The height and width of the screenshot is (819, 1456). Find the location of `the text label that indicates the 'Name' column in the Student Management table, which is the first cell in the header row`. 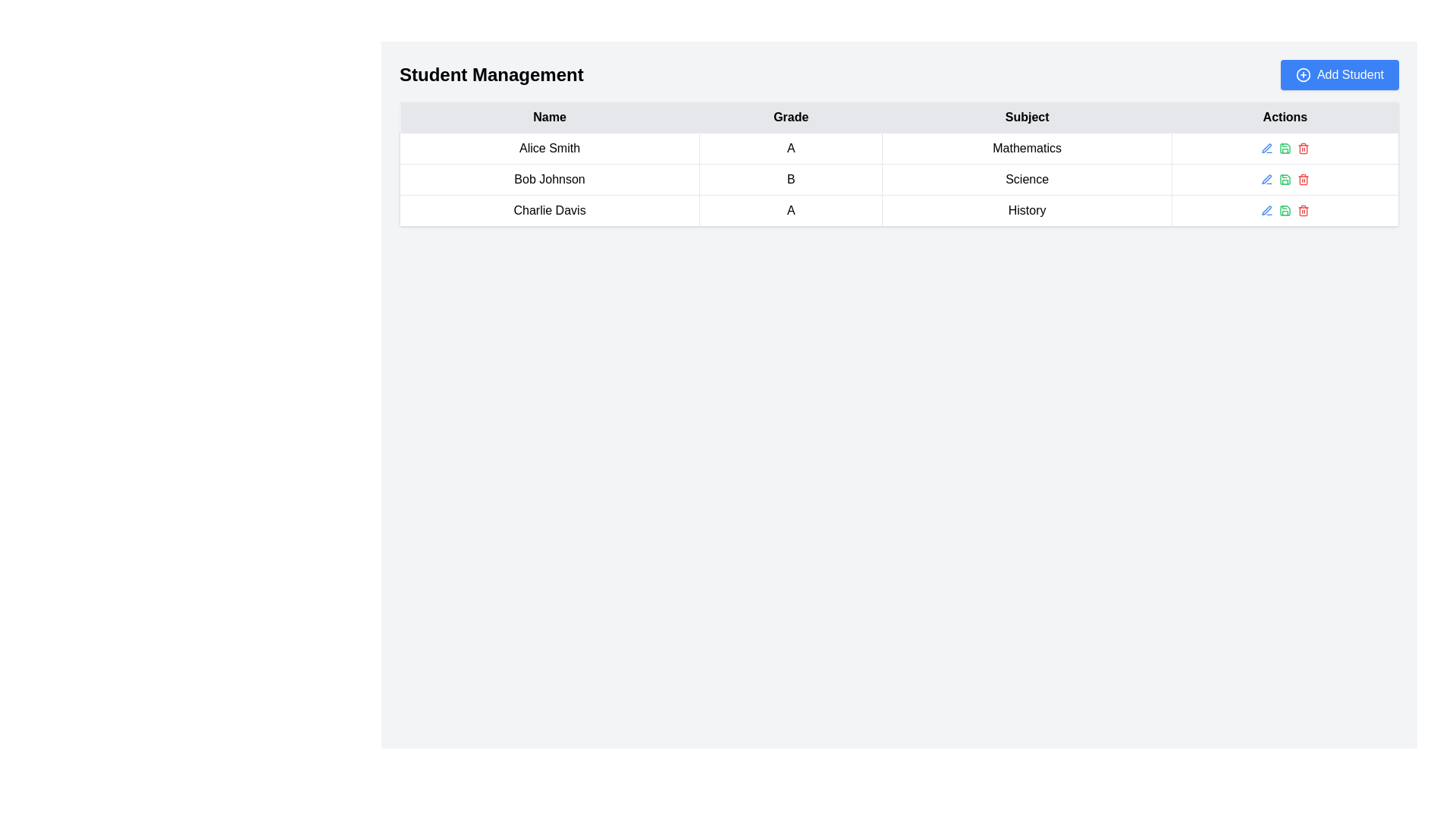

the text label that indicates the 'Name' column in the Student Management table, which is the first cell in the header row is located at coordinates (548, 117).